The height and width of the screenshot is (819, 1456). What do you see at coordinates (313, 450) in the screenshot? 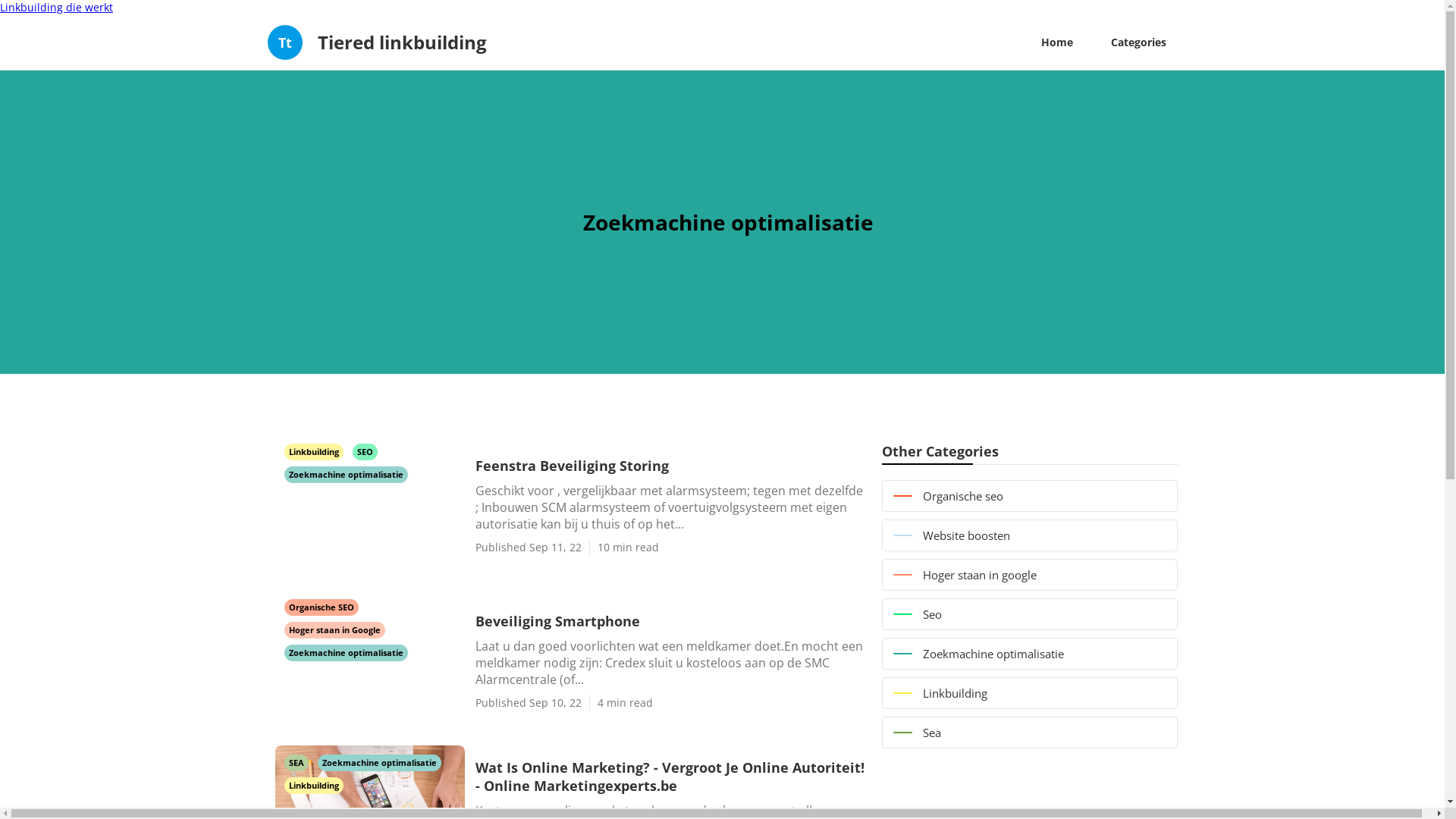
I see `'Linkbuilding'` at bounding box center [313, 450].